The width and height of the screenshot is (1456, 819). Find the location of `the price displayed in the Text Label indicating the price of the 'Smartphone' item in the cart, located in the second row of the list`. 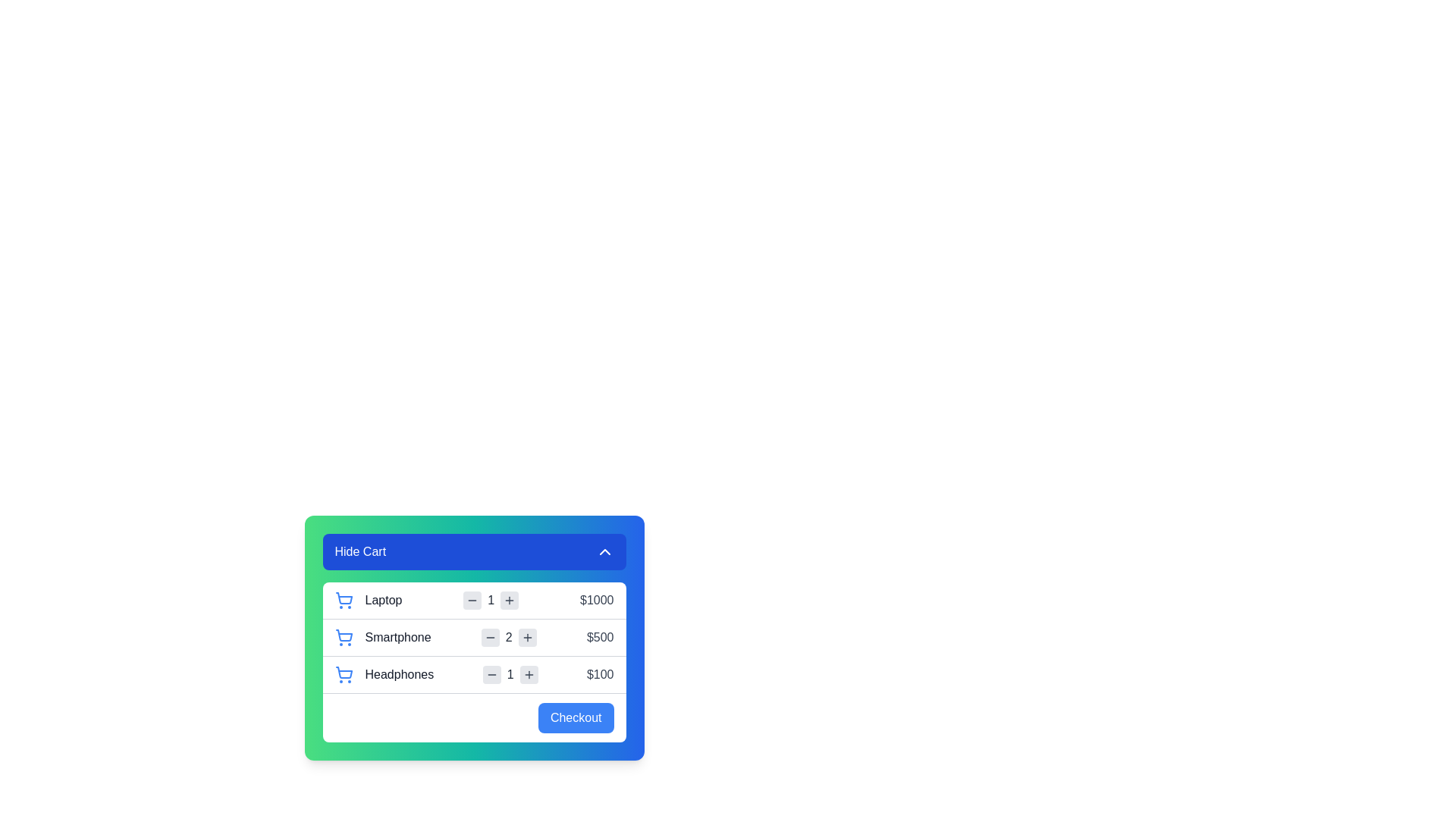

the price displayed in the Text Label indicating the price of the 'Smartphone' item in the cart, located in the second row of the list is located at coordinates (599, 637).